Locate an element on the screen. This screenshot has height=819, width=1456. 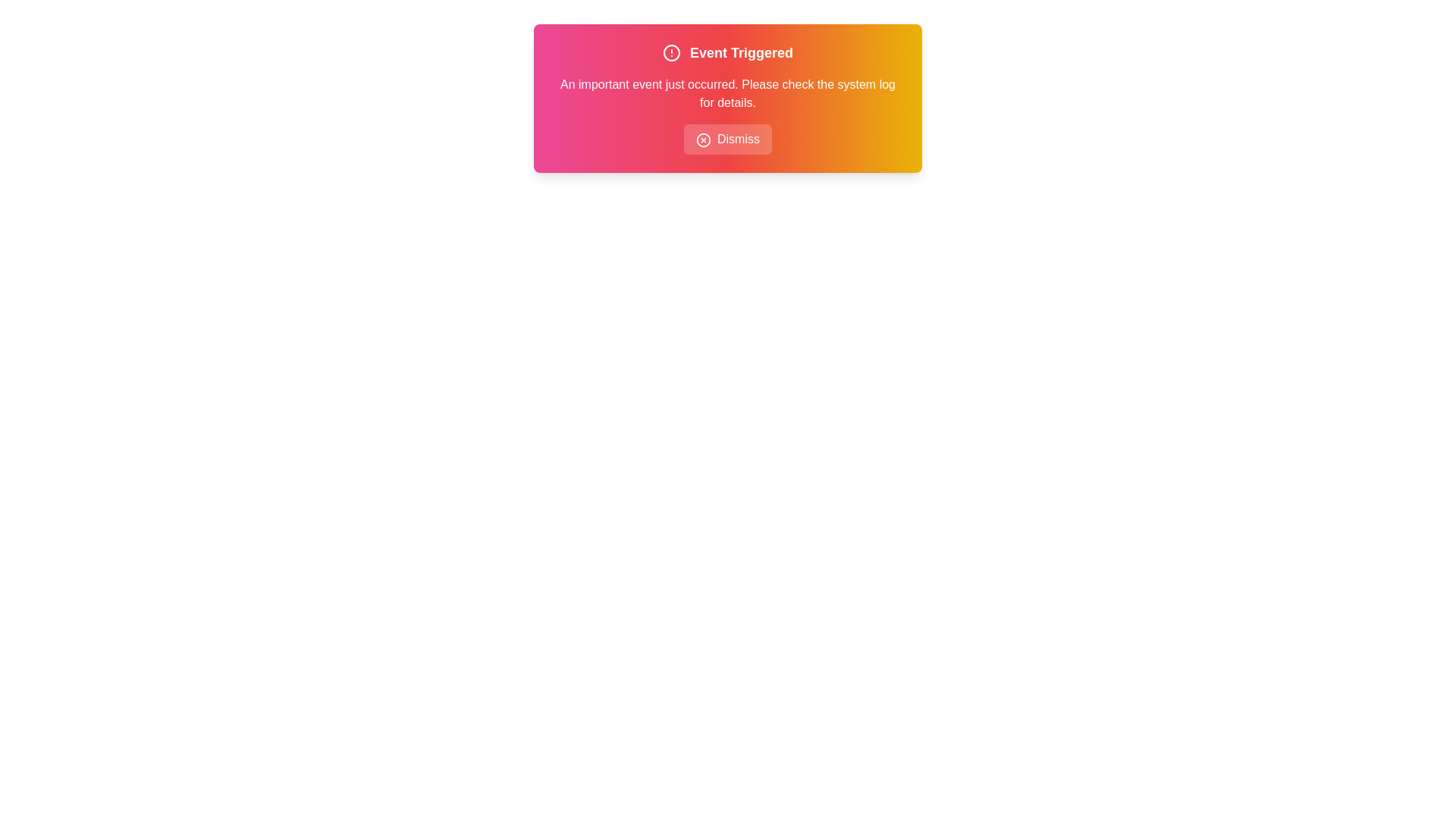
the informational Text Label located below the 'Event Triggered' title and above the dismiss button is located at coordinates (728, 93).